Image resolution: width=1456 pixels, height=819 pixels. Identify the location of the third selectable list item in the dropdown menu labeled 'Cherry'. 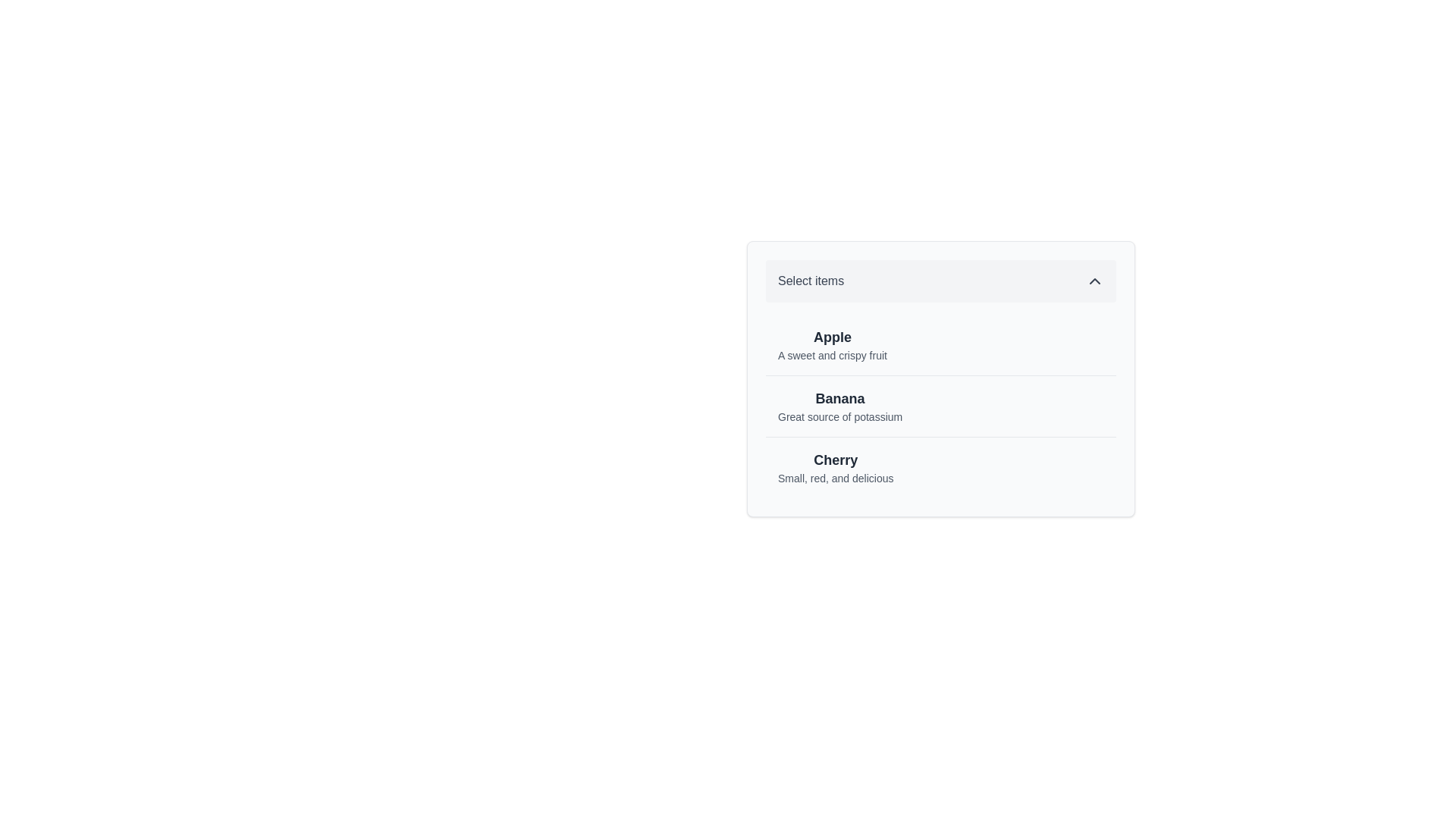
(940, 466).